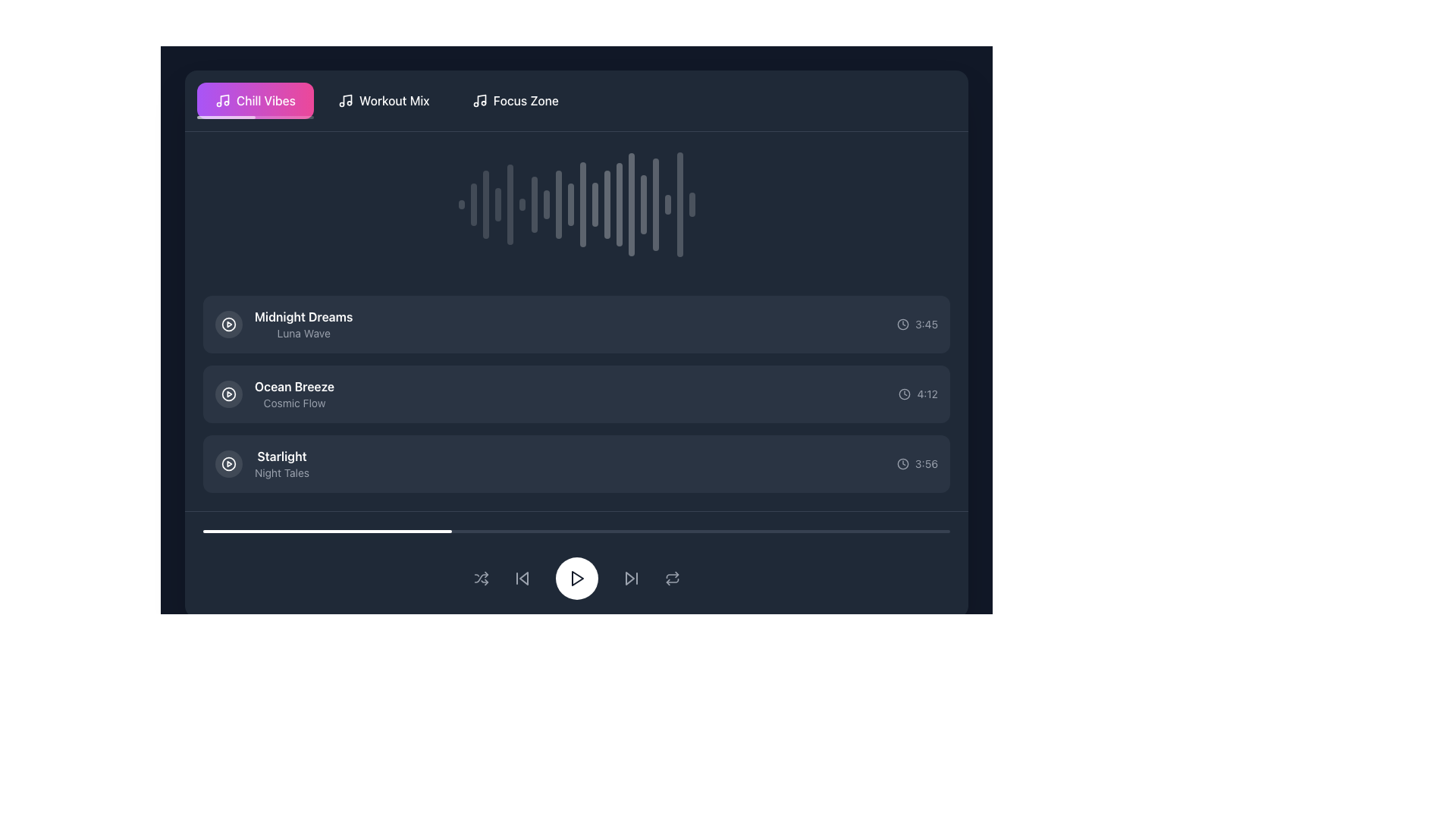 The width and height of the screenshot is (1456, 819). Describe the element at coordinates (262, 463) in the screenshot. I see `text content of the text block displaying the title and artist of the third track in the playlist, located between 'Ocean Breeze' and the playback controls` at that location.